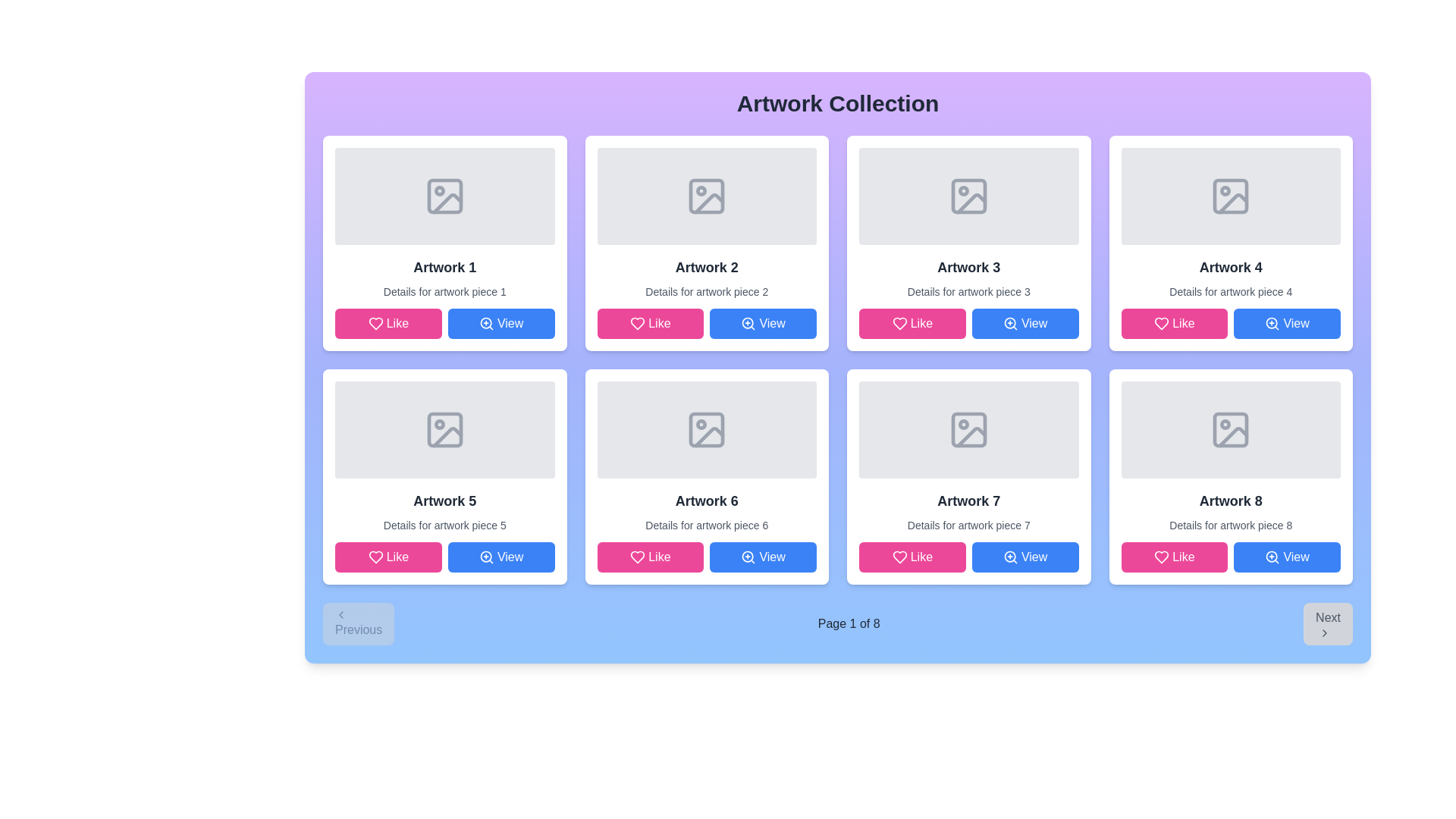 The image size is (1456, 819). Describe the element at coordinates (701, 190) in the screenshot. I see `small circular SVG element located inside the 'Artwork 2' card's image icon in the artwork grid` at that location.